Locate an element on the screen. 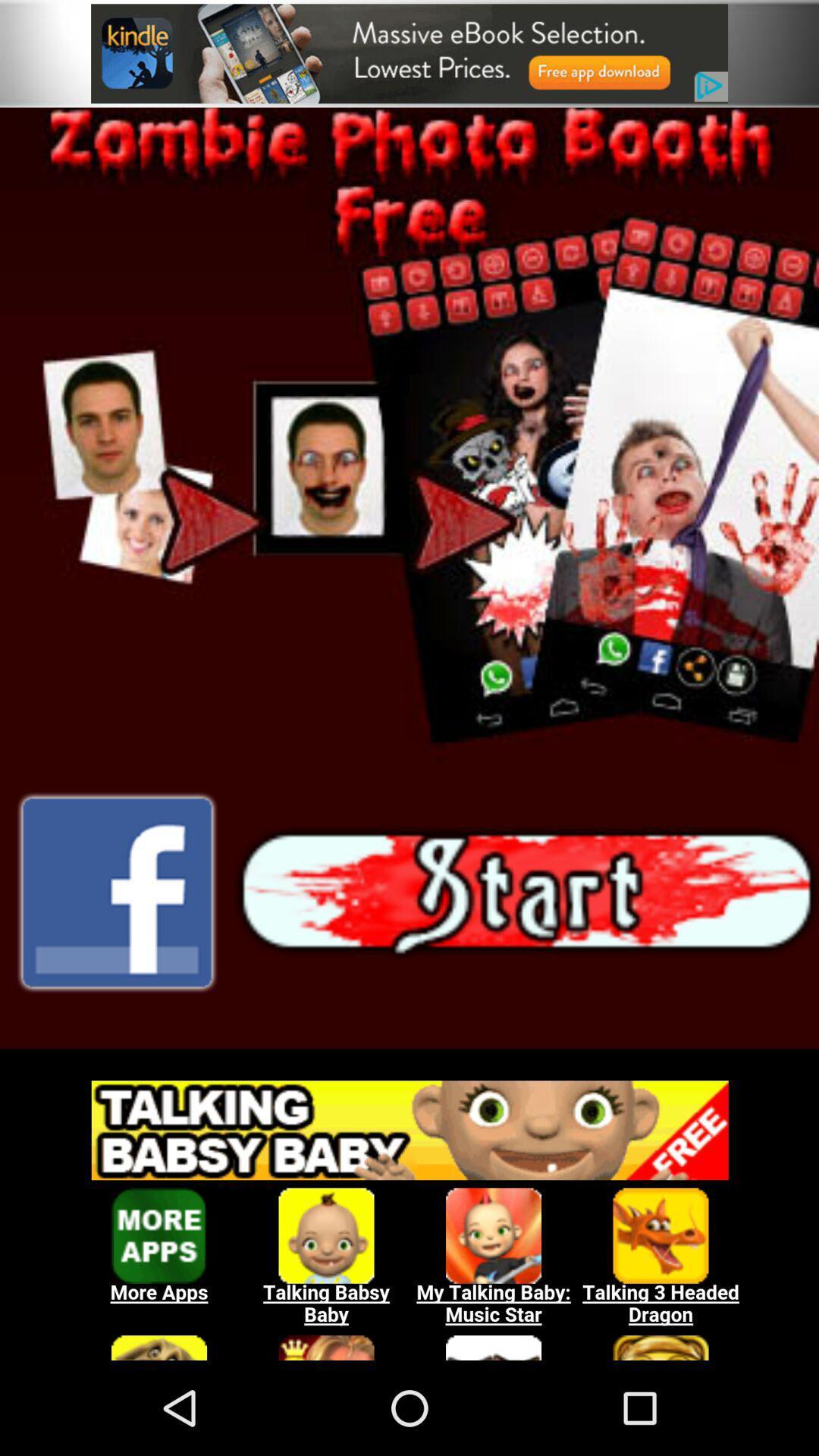 This screenshot has height=1456, width=819. sponsor advertisement for talking babsy baby and other related games is located at coordinates (409, 1211).